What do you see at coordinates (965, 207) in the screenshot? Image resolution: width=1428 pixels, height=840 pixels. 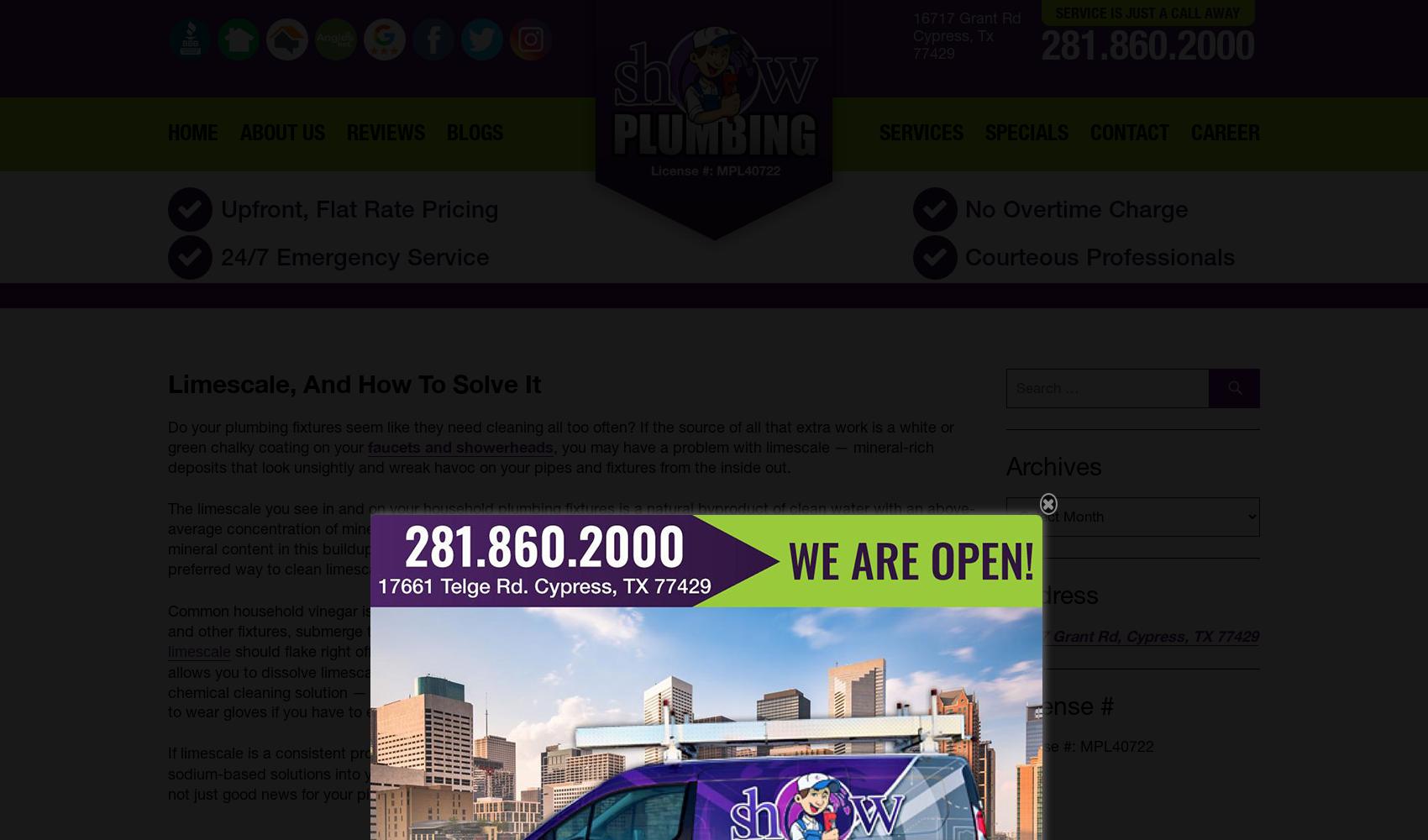 I see `'No Overtime Charge'` at bounding box center [965, 207].